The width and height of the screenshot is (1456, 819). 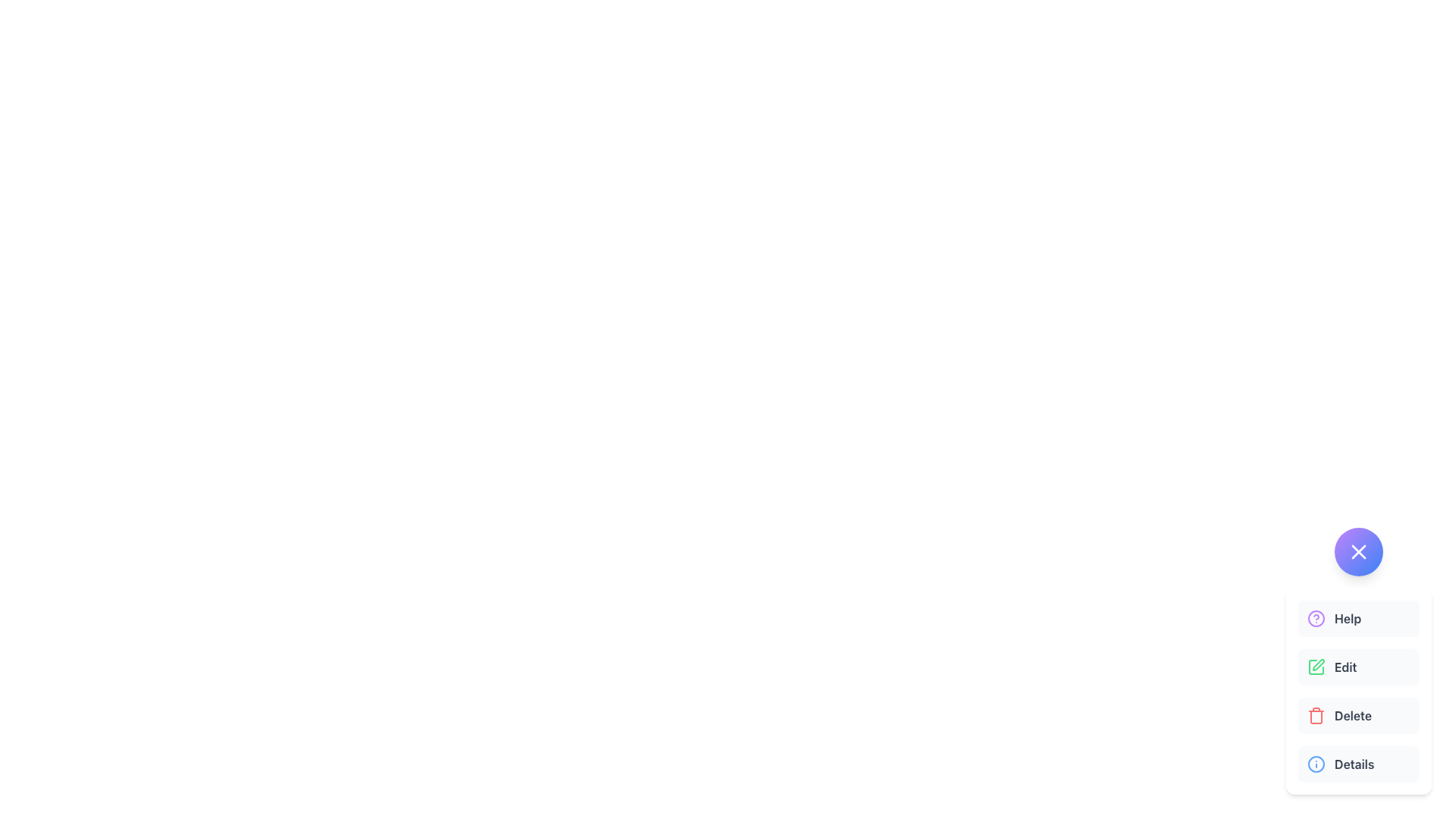 What do you see at coordinates (1316, 666) in the screenshot?
I see `the green pen icon located in the second row labeled 'Edit', positioned to the left of the text label` at bounding box center [1316, 666].